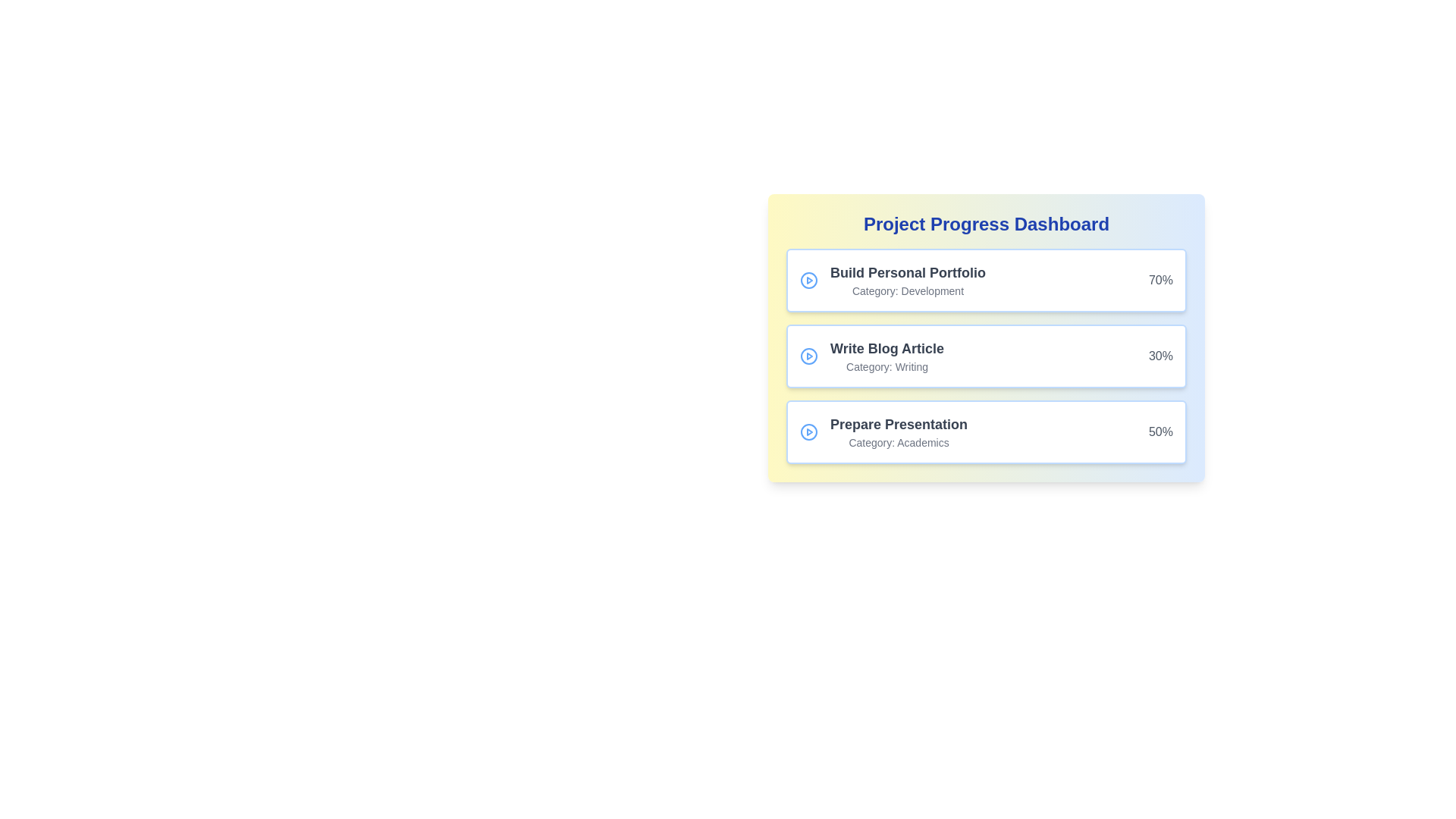  I want to click on the play button located to the left of the 'Build Personal Portfolio' text, above the 'Category: Development' text, so click(808, 281).